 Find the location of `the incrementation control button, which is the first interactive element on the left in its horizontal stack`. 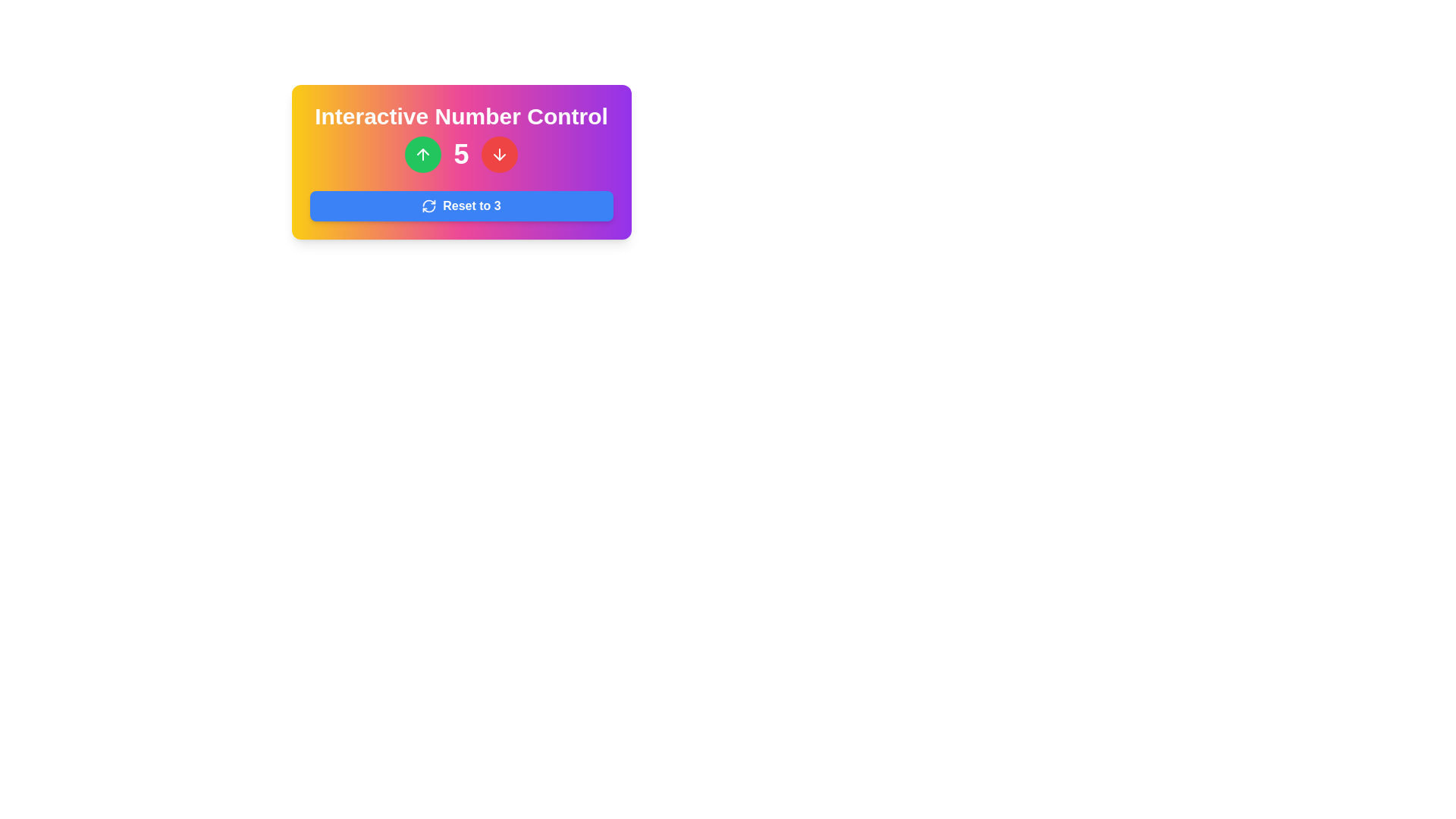

the incrementation control button, which is the first interactive element on the left in its horizontal stack is located at coordinates (423, 155).